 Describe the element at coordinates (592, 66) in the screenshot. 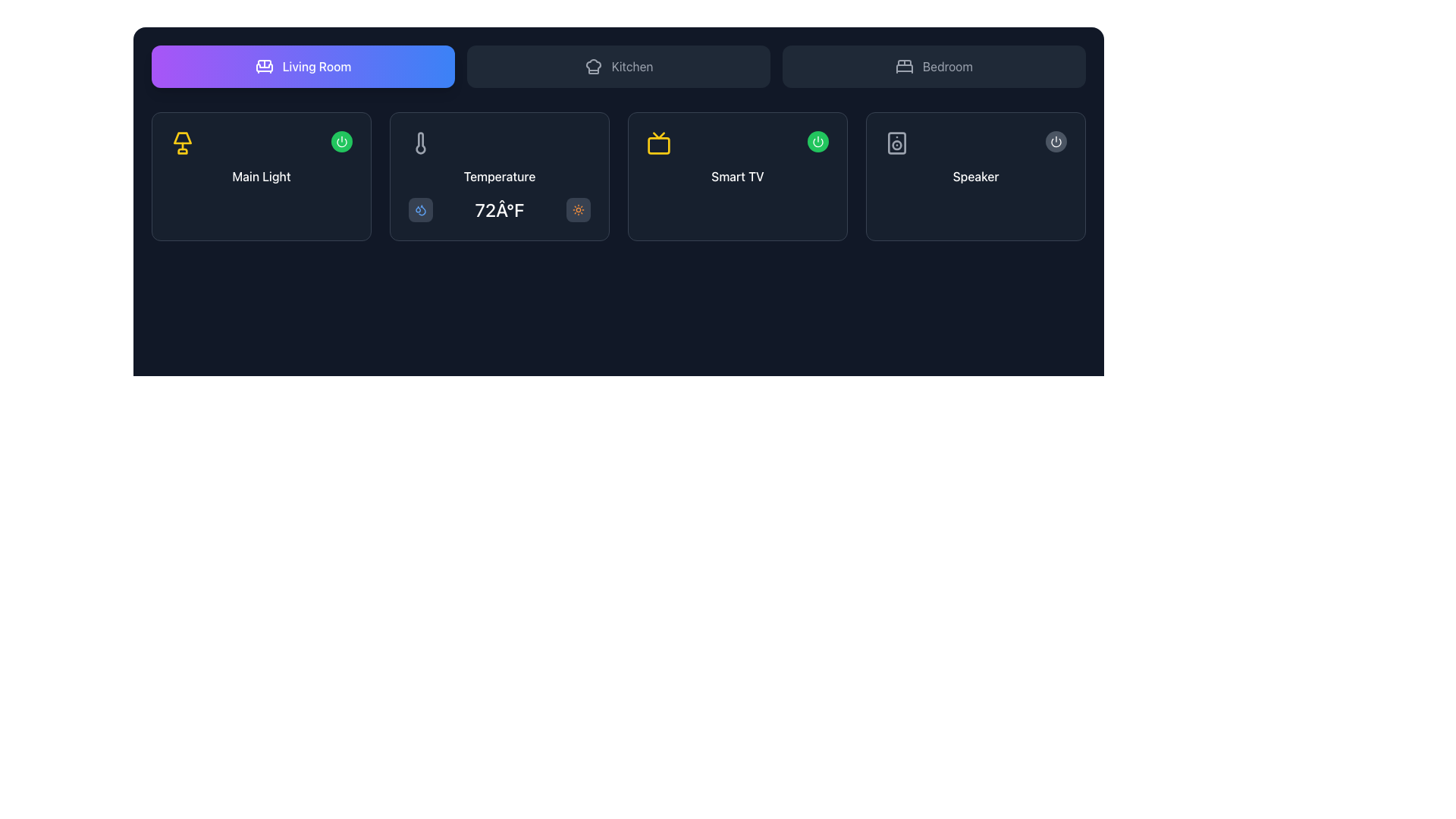

I see `the 'Kitchen' navigation icon, which is the first visual component in the navigation bar, located to the left of the text 'Kitchen'` at that location.